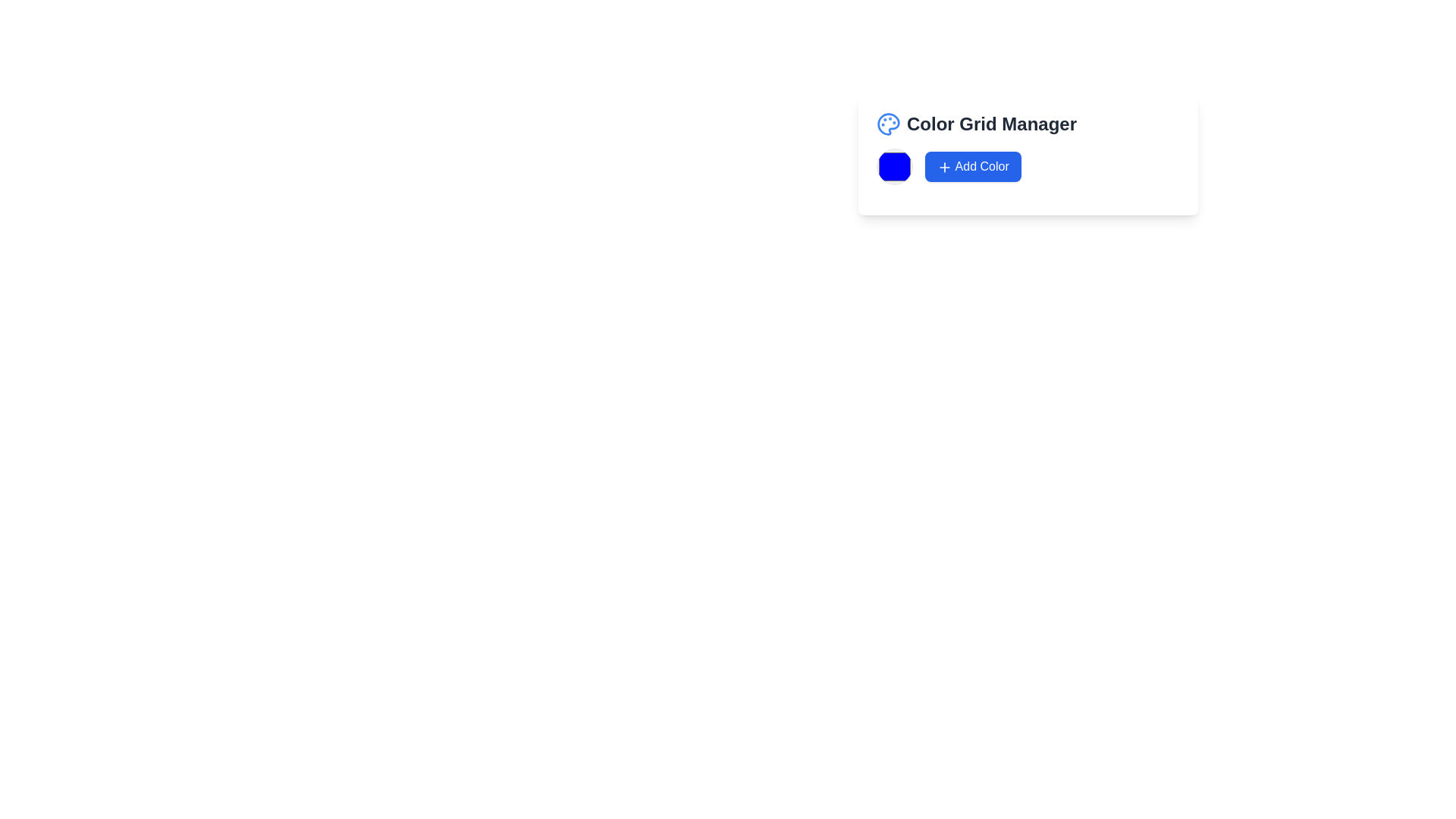 The image size is (1456, 819). Describe the element at coordinates (973, 166) in the screenshot. I see `the 'Add Color' button, which is a rectangular button with rounded corners, blue background, and white text, located within the 'Color Grid Manager' section` at that location.